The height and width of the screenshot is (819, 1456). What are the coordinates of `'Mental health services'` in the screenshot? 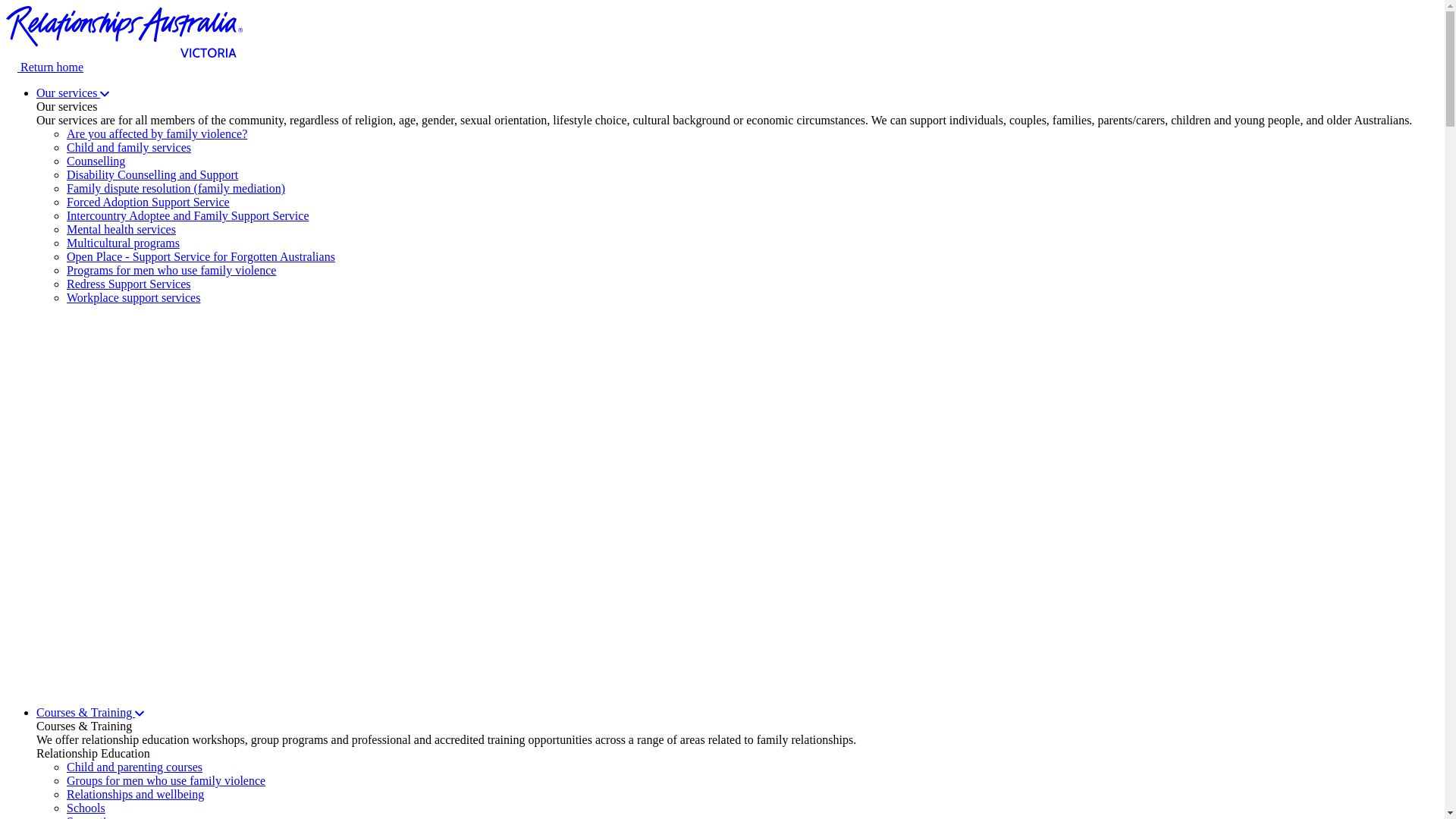 It's located at (120, 229).